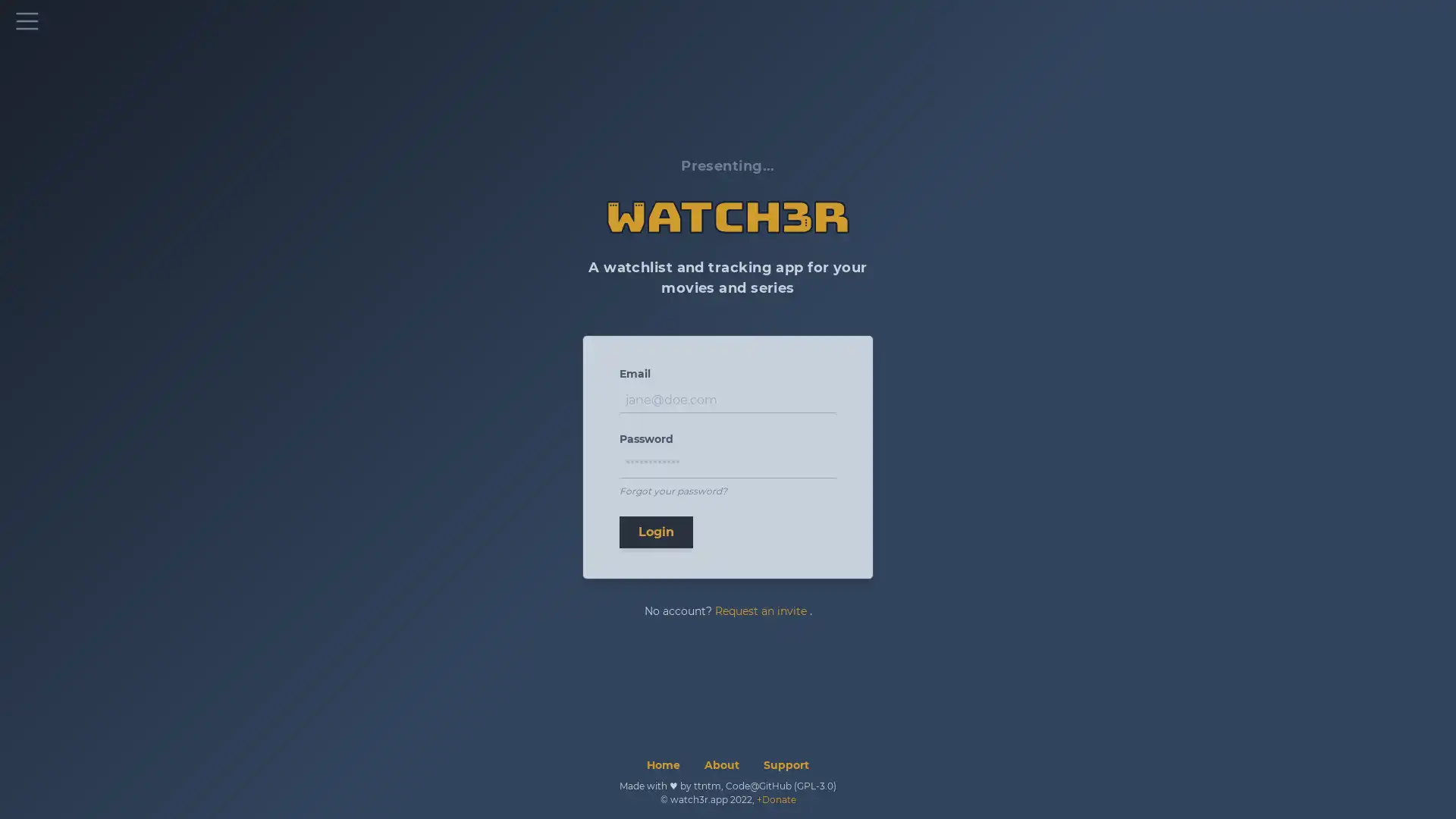 This screenshot has height=819, width=1456. I want to click on Login, so click(656, 531).